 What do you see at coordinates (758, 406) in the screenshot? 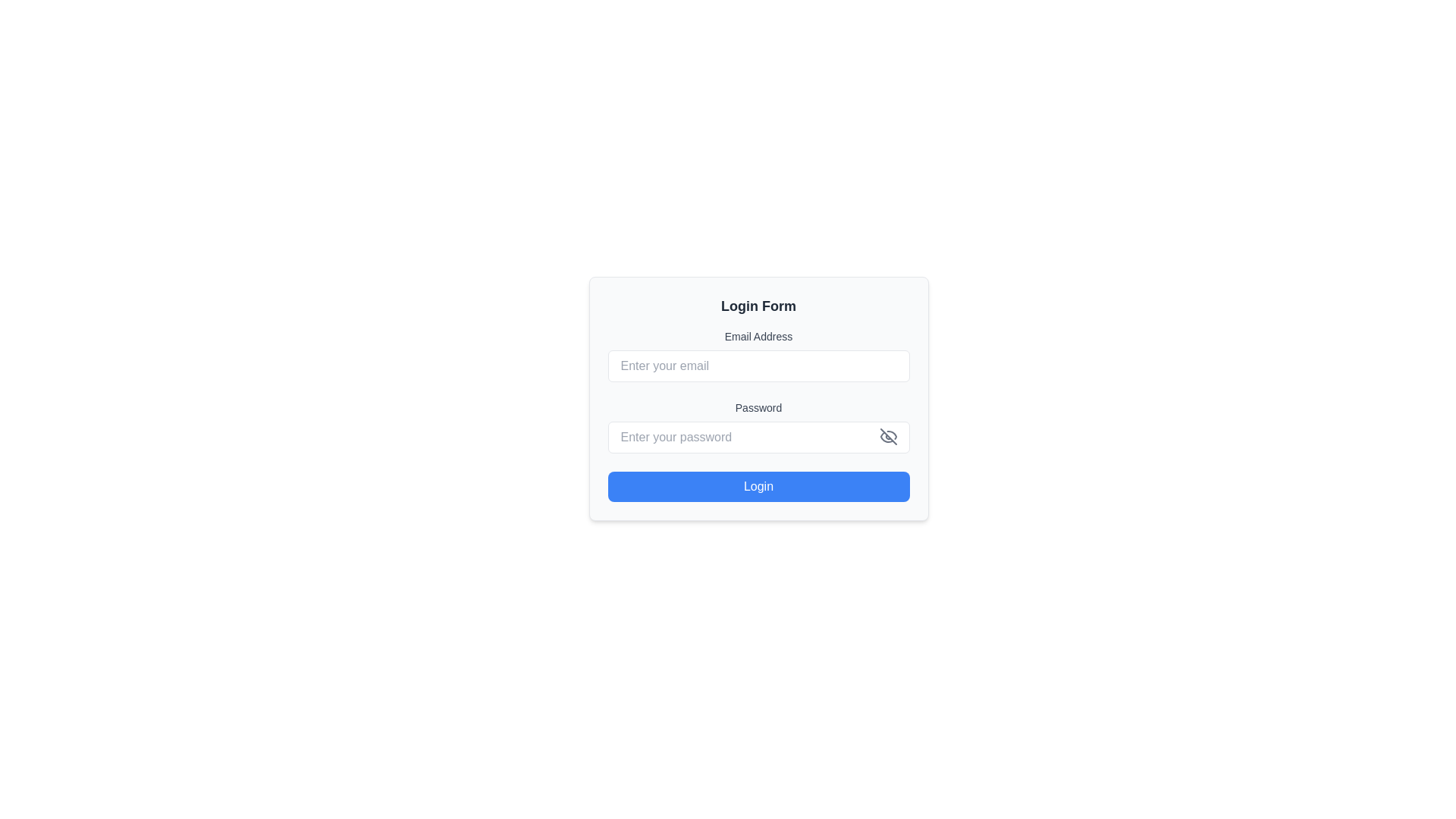
I see `the label that indicates the password input field, which is positioned directly above the password input in the login form` at bounding box center [758, 406].